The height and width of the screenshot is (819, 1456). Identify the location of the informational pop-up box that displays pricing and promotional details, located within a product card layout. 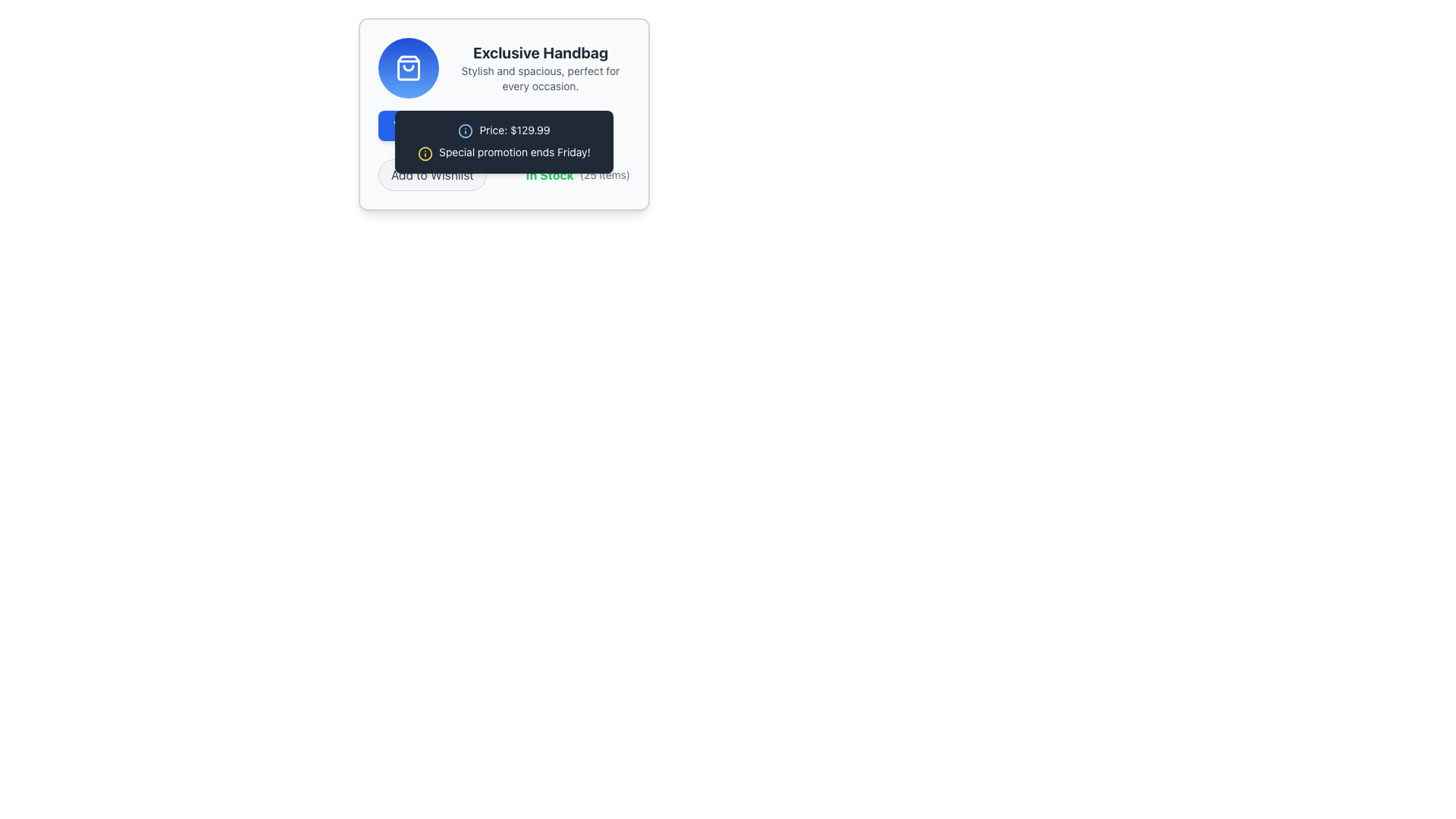
(504, 113).